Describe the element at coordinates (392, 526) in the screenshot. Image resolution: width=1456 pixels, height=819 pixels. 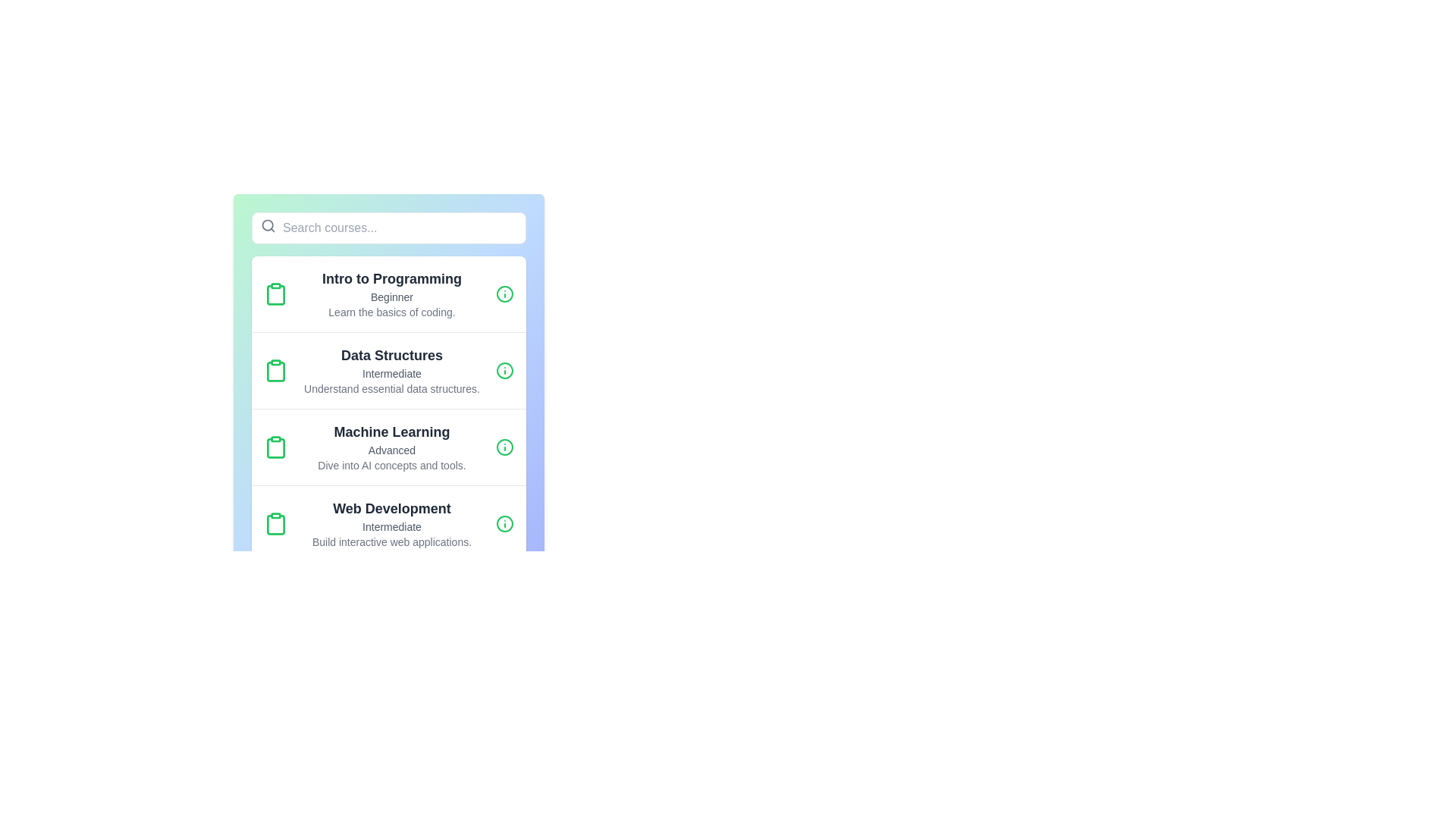
I see `label displaying the text 'Intermediate', which is styled in a smaller font size and gray color, located below the 'Web Development' title` at that location.